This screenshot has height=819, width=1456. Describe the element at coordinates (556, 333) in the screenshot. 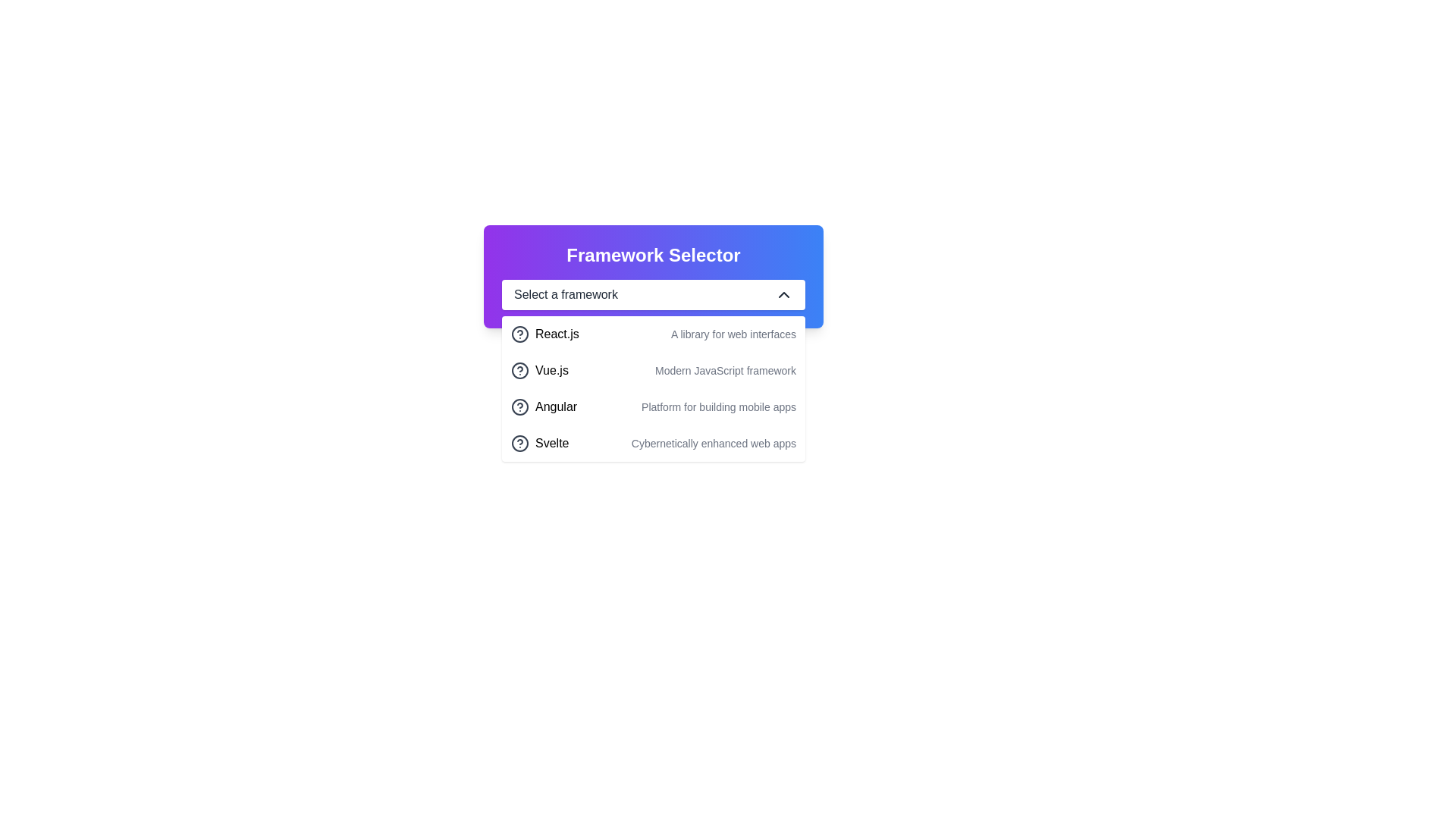

I see `the text 'React.js' in the dropdown menu` at that location.